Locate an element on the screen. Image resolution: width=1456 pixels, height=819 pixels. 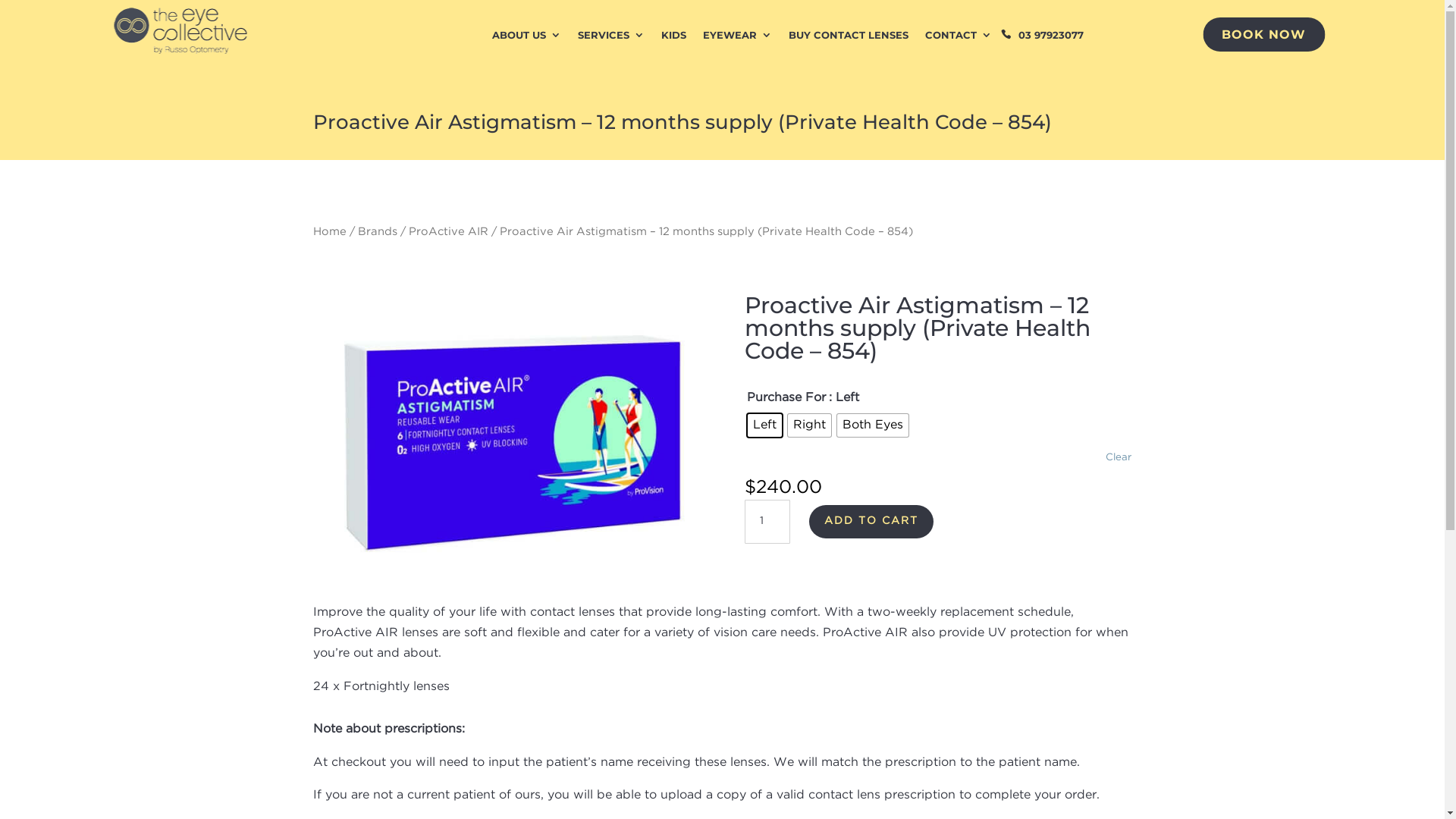
'ProActive AIR' is located at coordinates (407, 231).